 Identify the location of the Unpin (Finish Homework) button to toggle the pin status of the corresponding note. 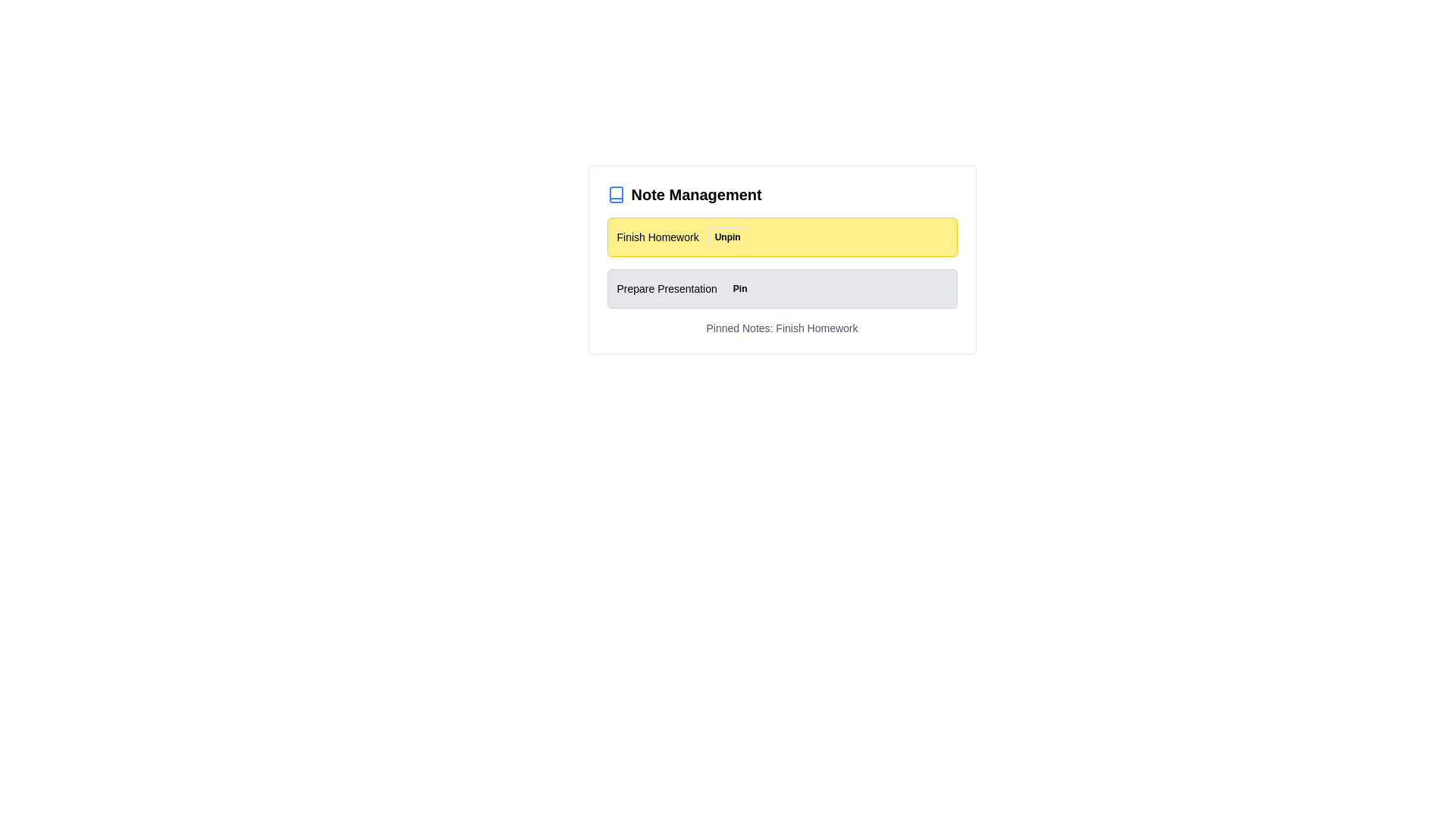
(726, 237).